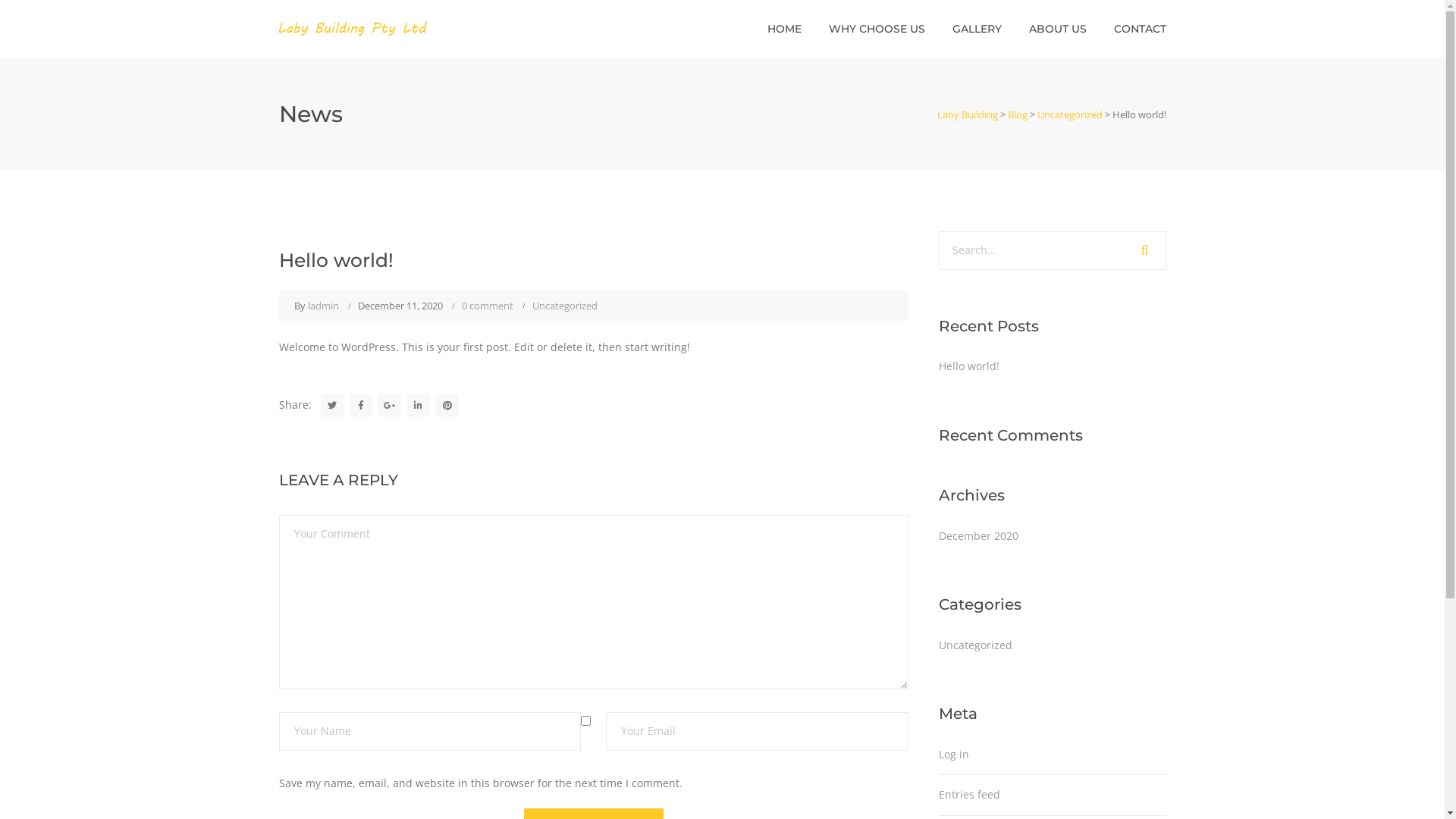 Image resolution: width=1456 pixels, height=819 pixels. What do you see at coordinates (967, 113) in the screenshot?
I see `'Laby Building'` at bounding box center [967, 113].